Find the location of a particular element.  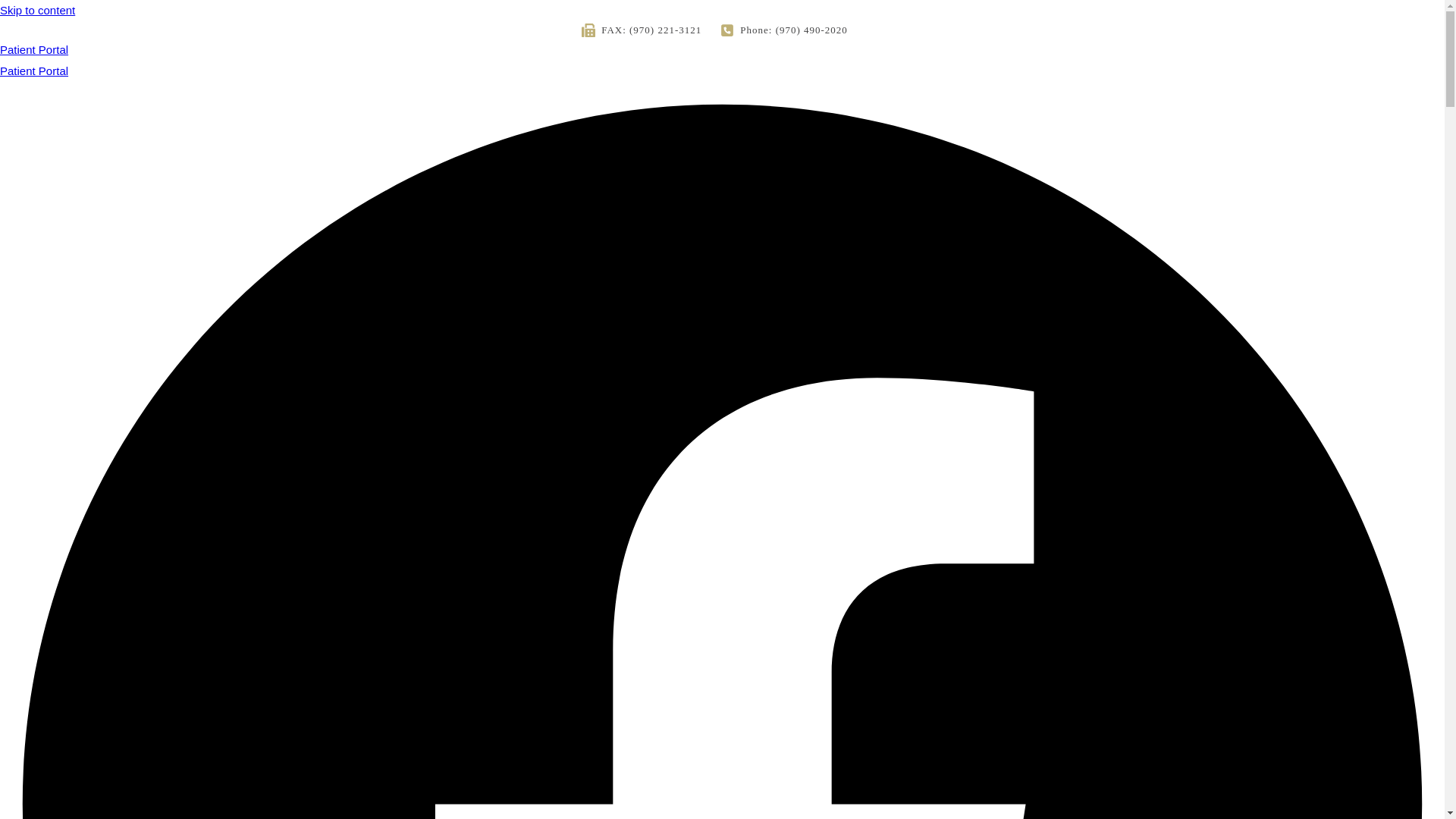

'Skip to content' is located at coordinates (37, 10).